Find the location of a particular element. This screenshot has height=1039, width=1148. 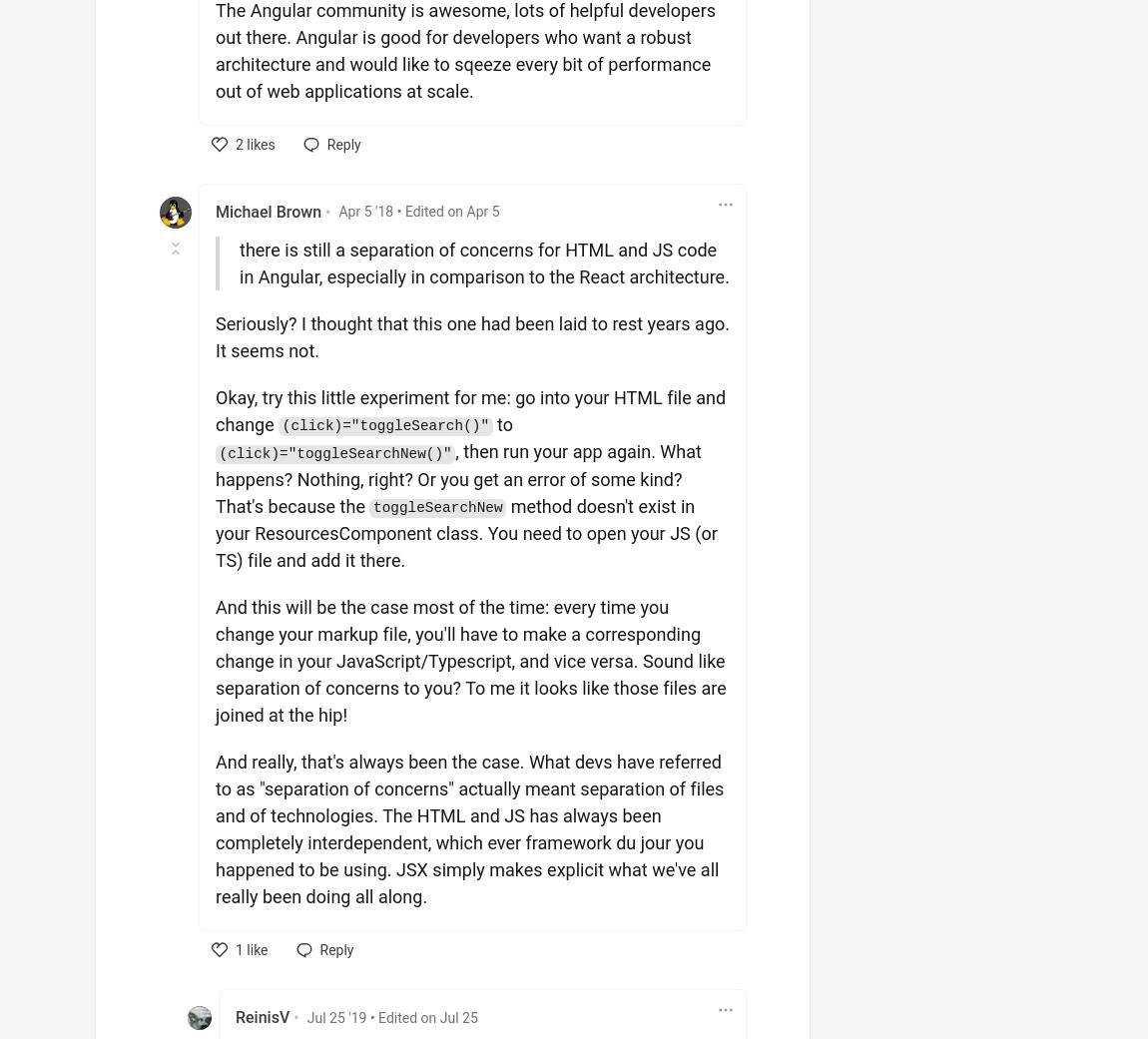

'like' is located at coordinates (254, 949).